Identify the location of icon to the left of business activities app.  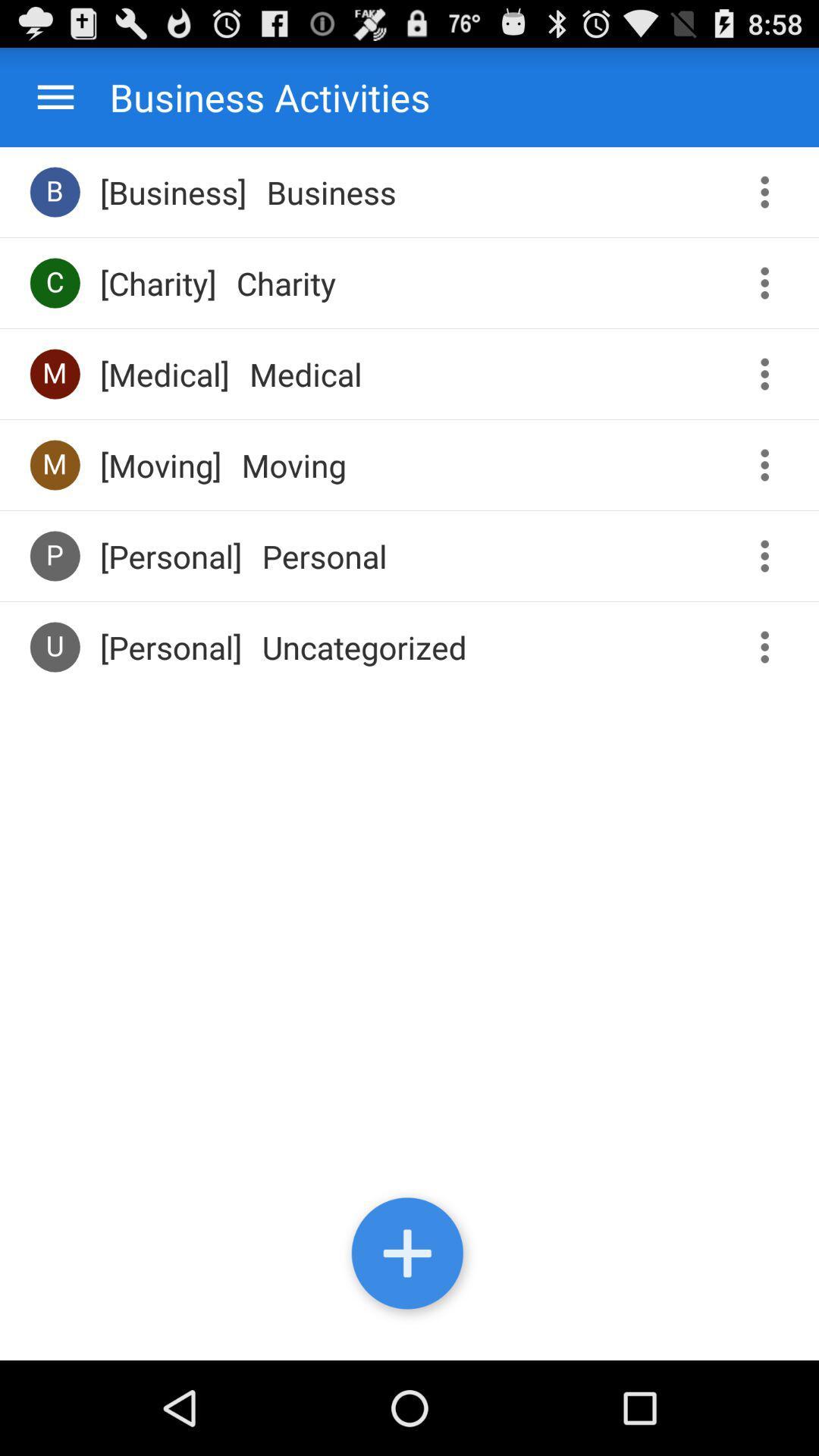
(55, 96).